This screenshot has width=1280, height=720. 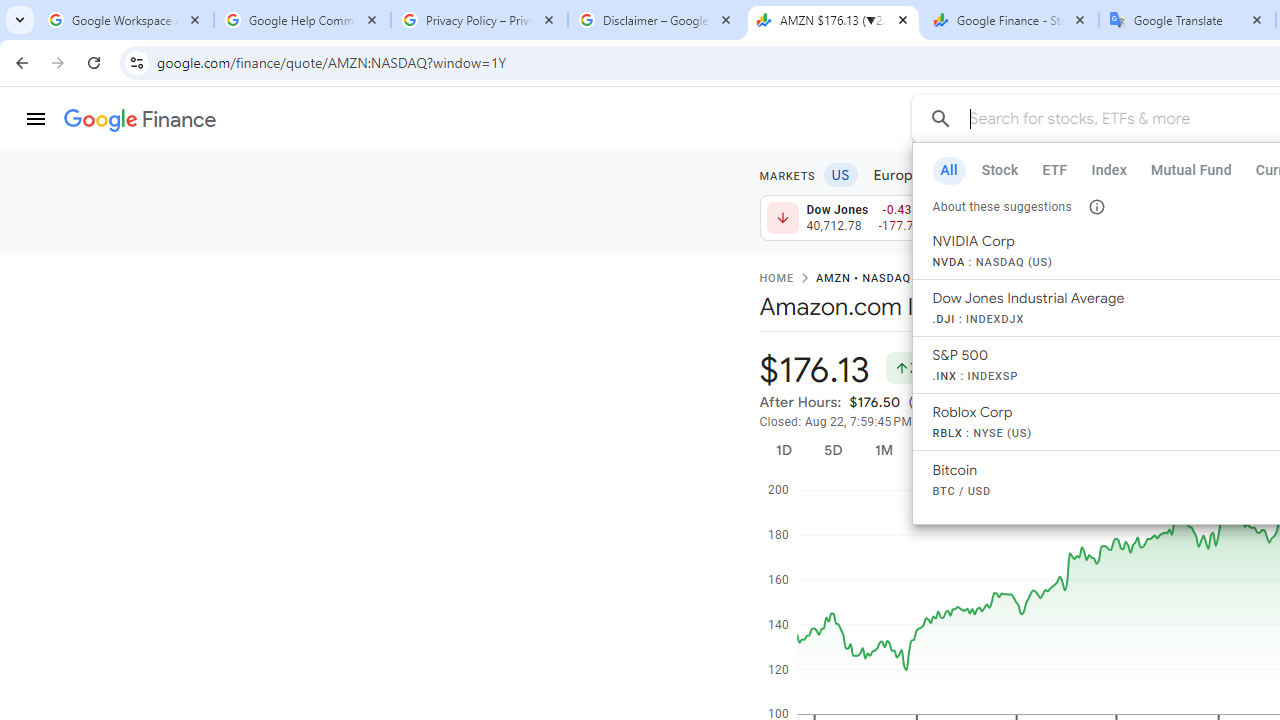 I want to click on 'About these suggestions', so click(x=1095, y=206).